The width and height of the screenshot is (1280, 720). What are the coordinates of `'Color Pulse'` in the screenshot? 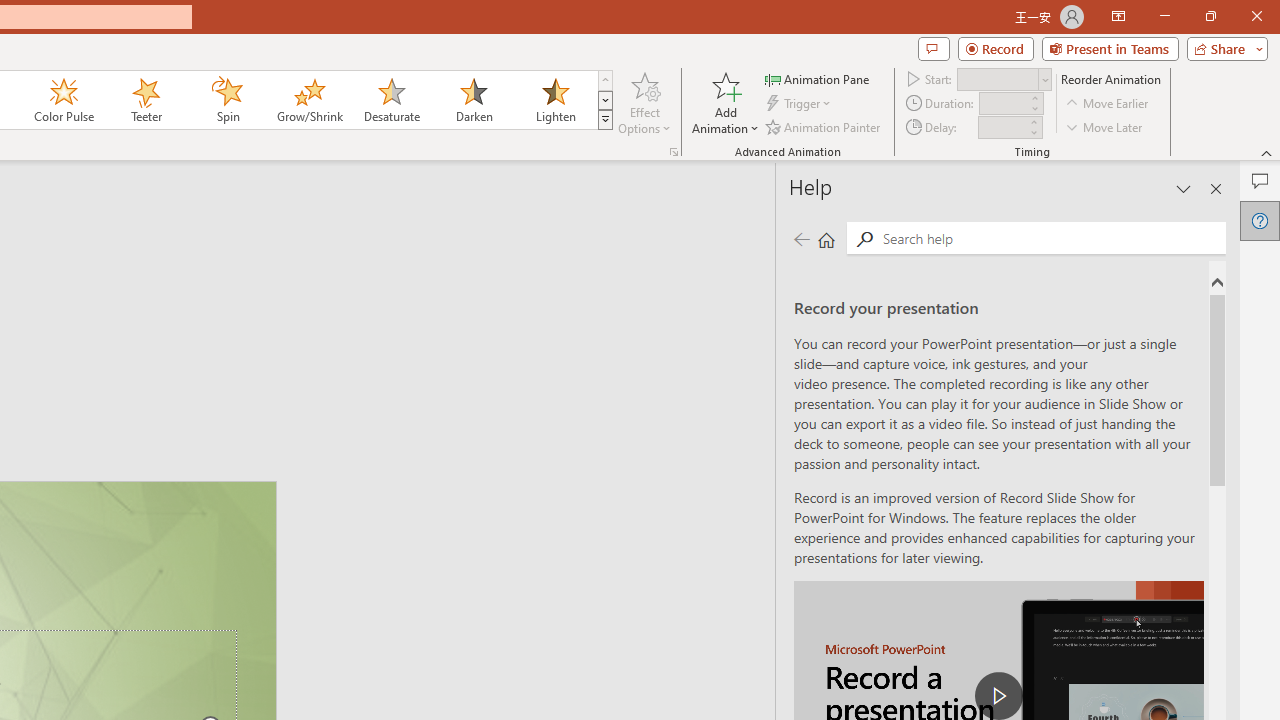 It's located at (64, 100).